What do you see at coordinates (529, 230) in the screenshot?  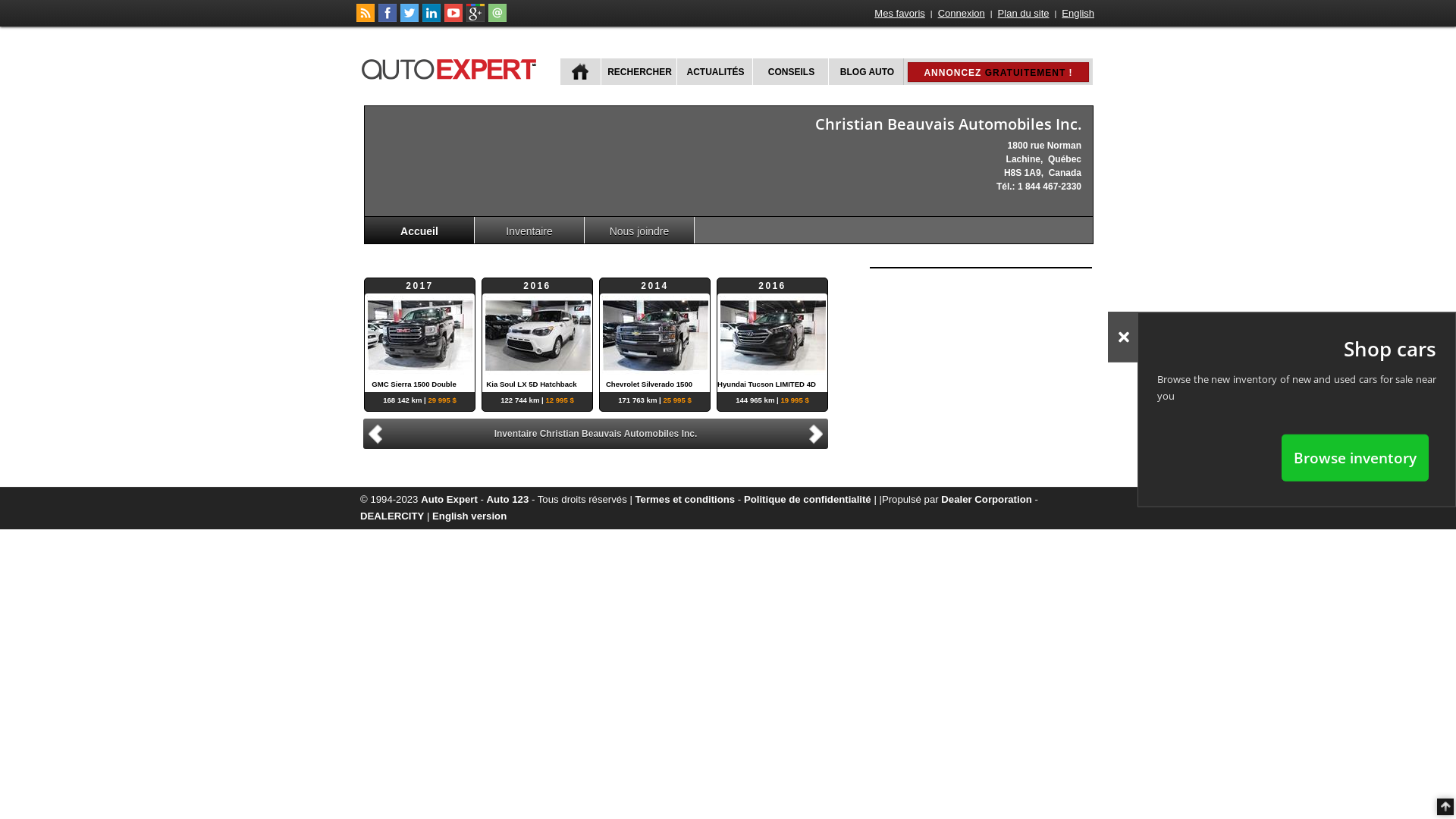 I see `'Inventaire'` at bounding box center [529, 230].